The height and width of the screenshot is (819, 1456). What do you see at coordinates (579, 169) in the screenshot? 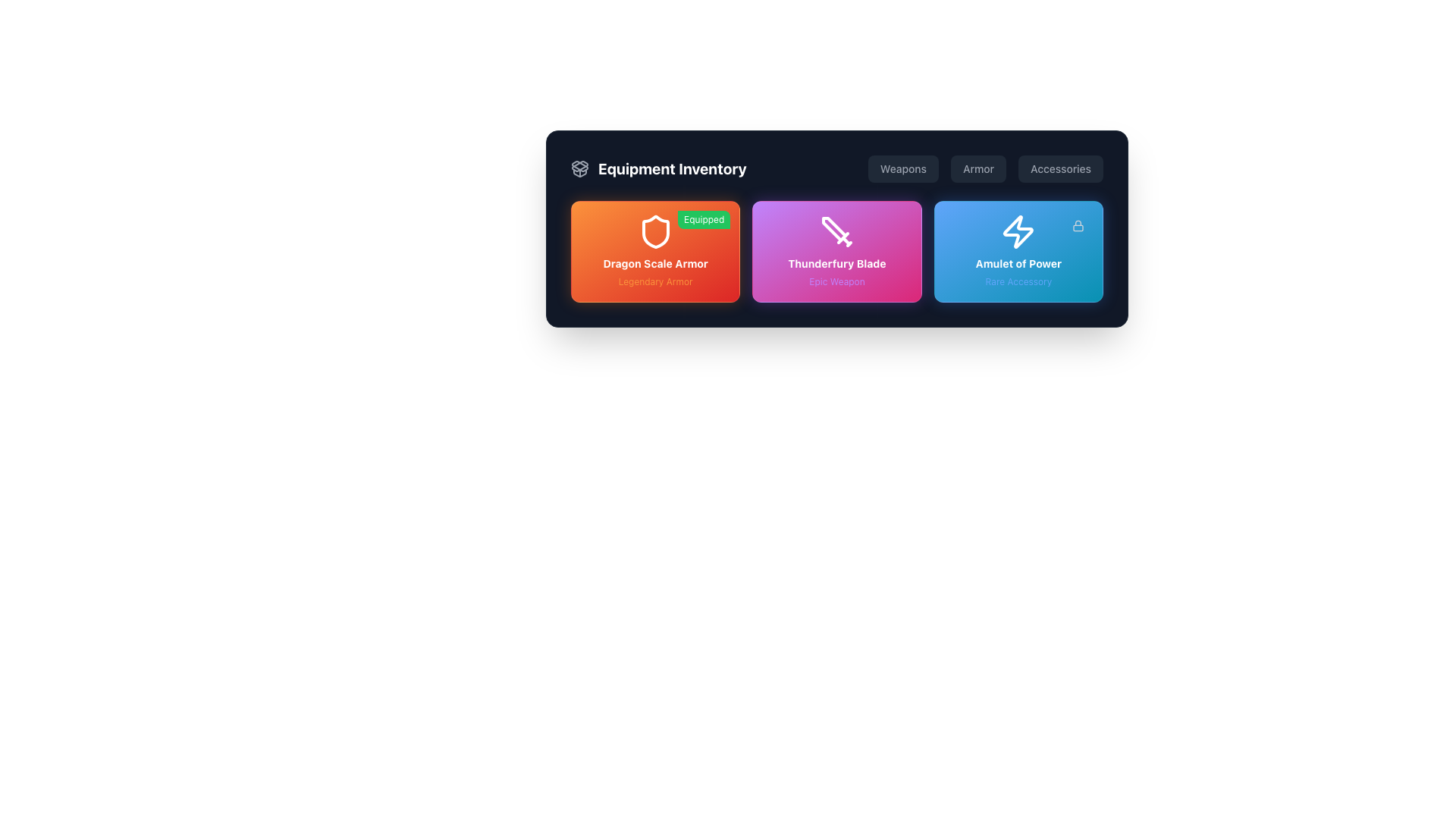
I see `the inventory management icon located to the far left of the 'Equipment Inventory' section header` at bounding box center [579, 169].